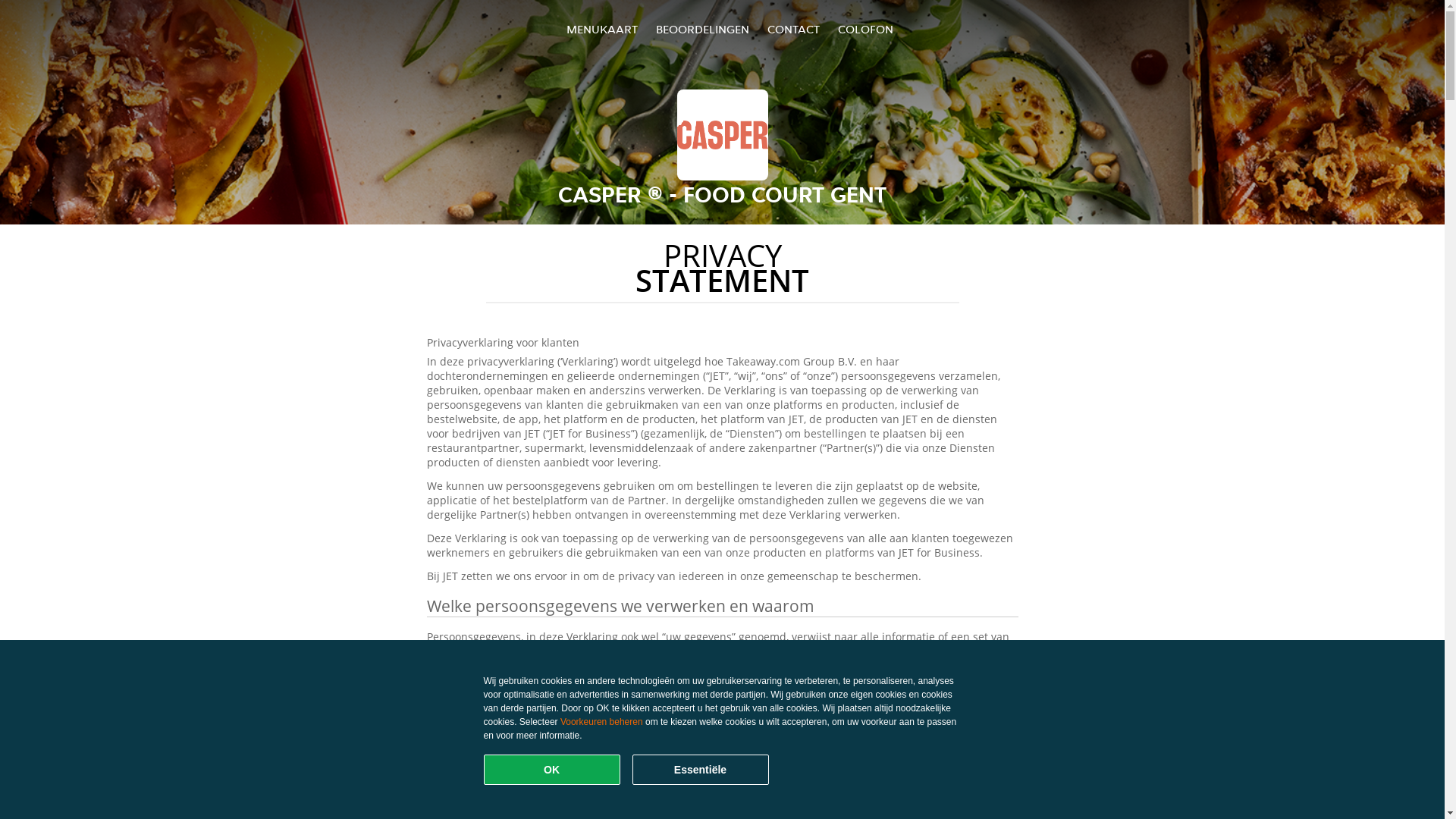 The image size is (1456, 819). Describe the element at coordinates (792, 29) in the screenshot. I see `'CONTACT'` at that location.